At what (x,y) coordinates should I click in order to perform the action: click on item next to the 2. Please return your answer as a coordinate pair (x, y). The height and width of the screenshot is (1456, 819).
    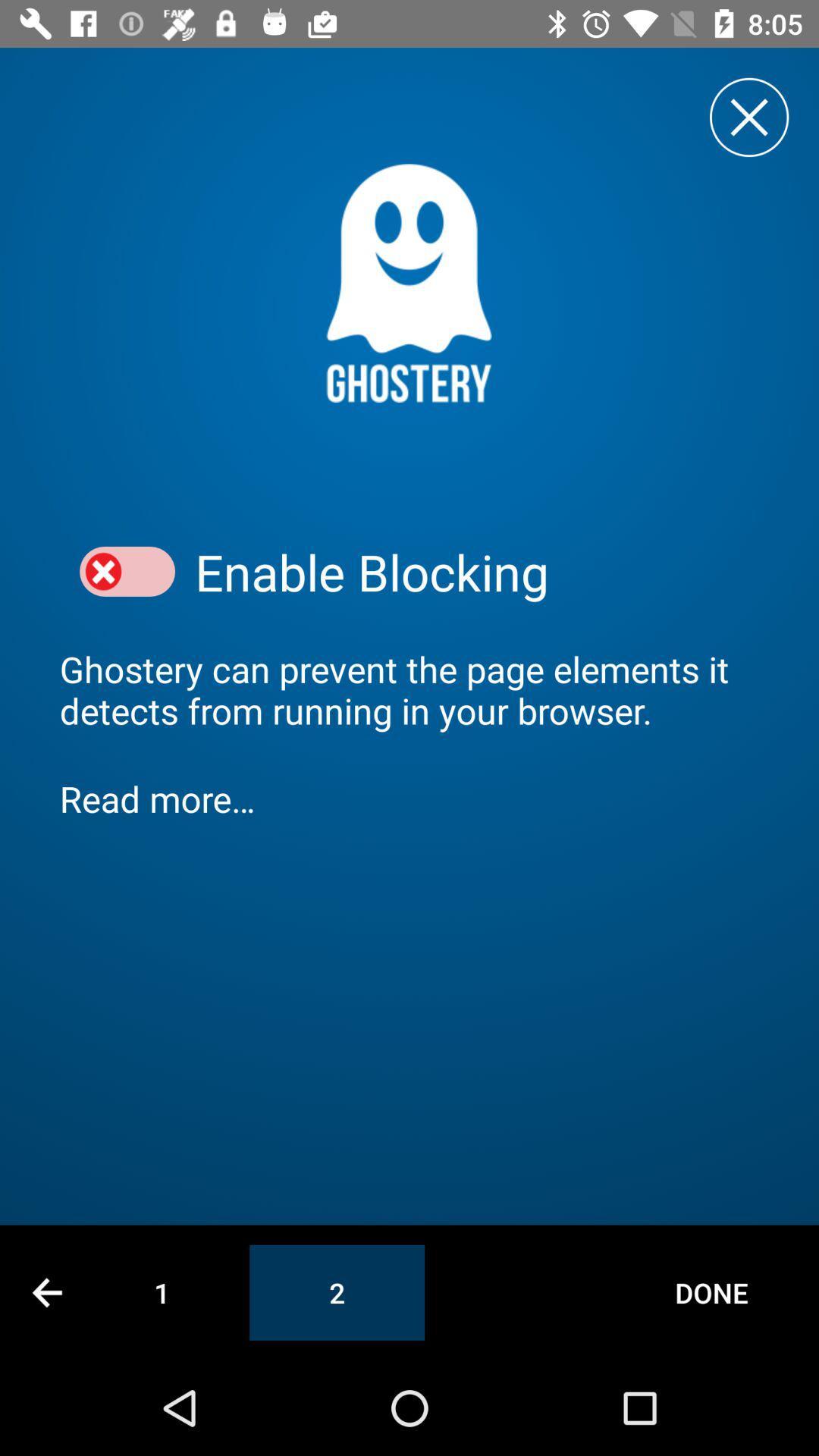
    Looking at the image, I should click on (711, 1291).